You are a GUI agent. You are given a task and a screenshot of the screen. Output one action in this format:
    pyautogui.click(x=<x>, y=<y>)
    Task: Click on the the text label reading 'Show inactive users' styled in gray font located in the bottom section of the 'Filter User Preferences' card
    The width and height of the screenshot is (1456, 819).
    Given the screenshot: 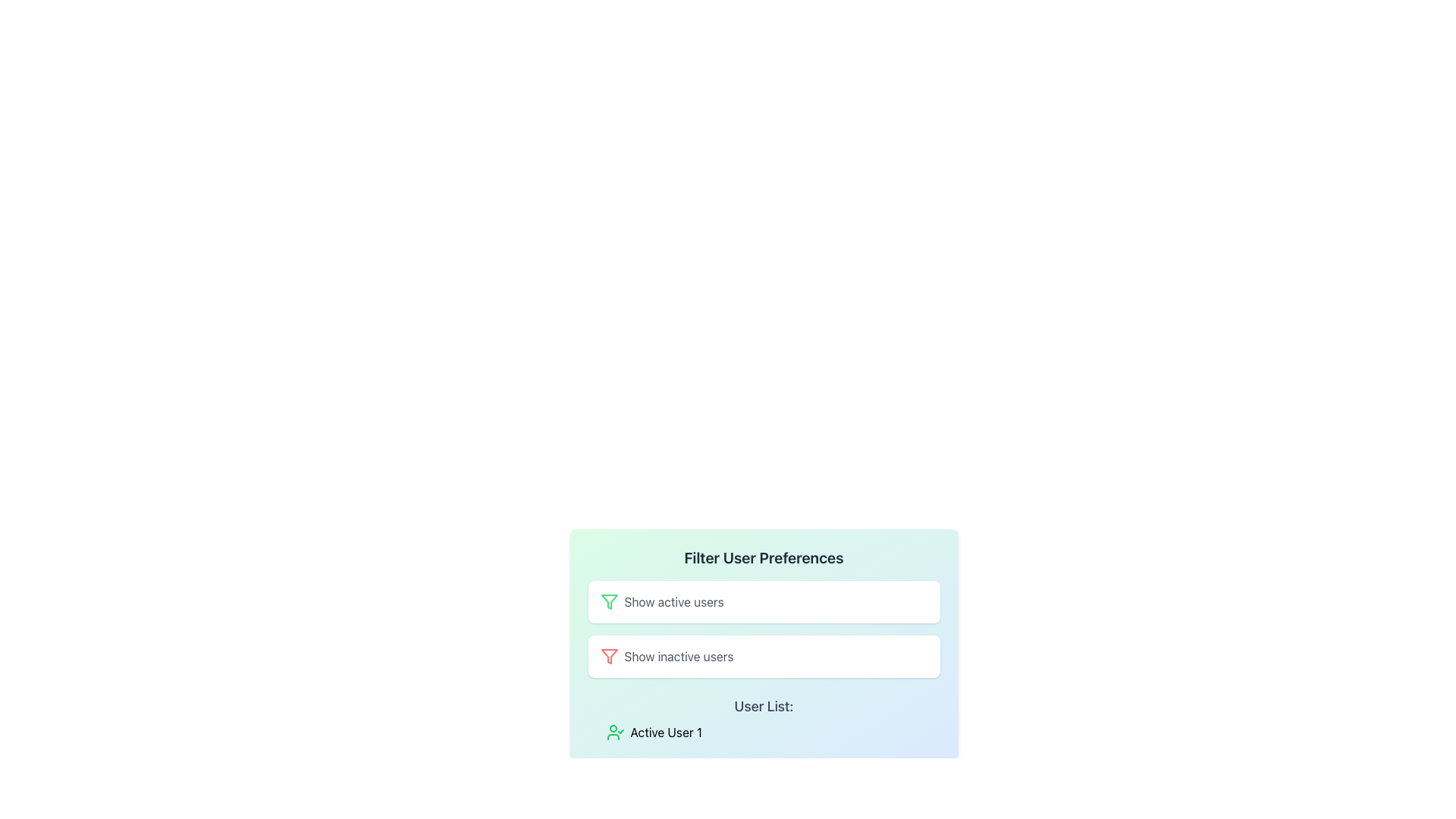 What is the action you would take?
    pyautogui.click(x=678, y=656)
    